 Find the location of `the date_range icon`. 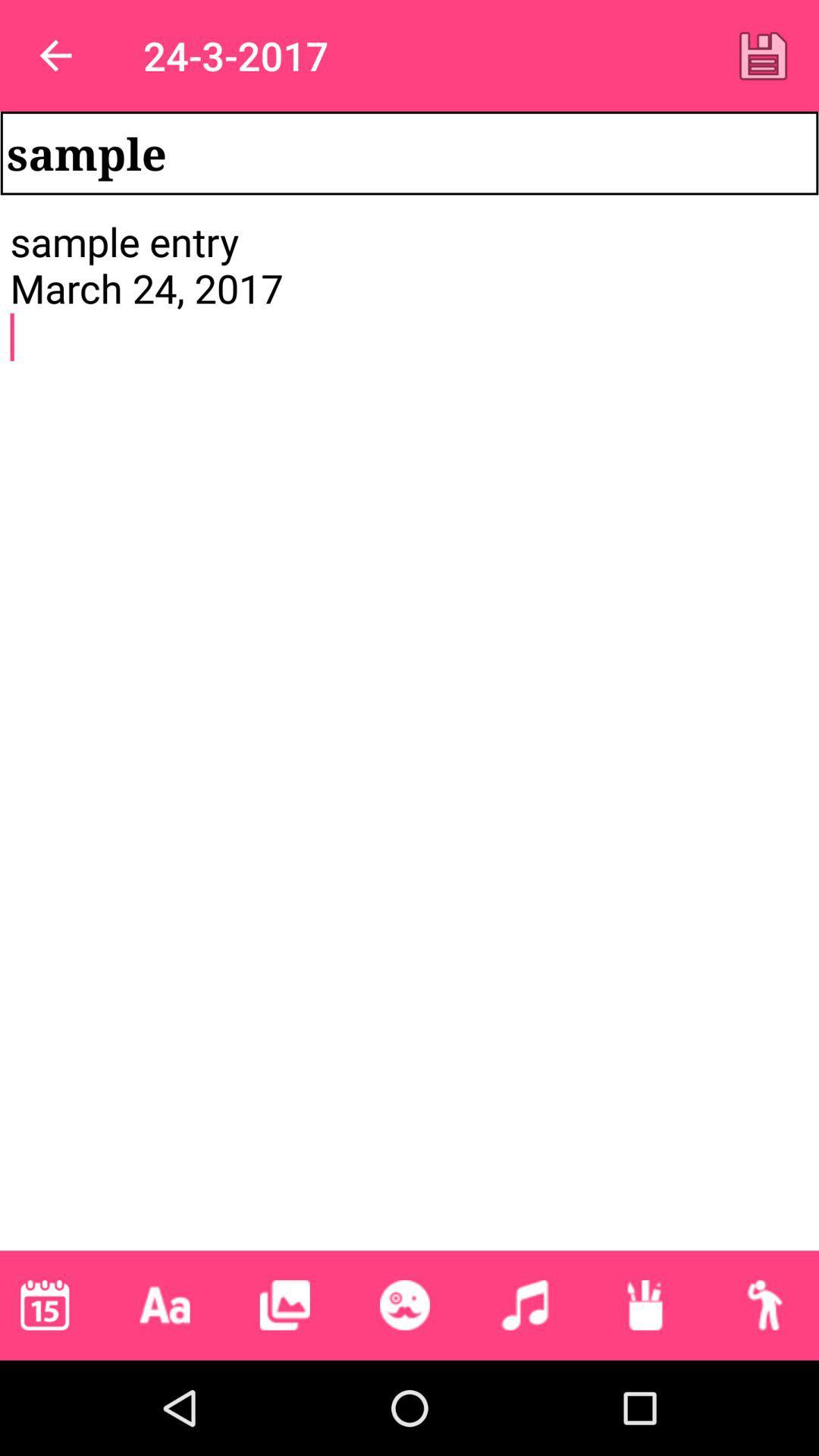

the date_range icon is located at coordinates (44, 1304).